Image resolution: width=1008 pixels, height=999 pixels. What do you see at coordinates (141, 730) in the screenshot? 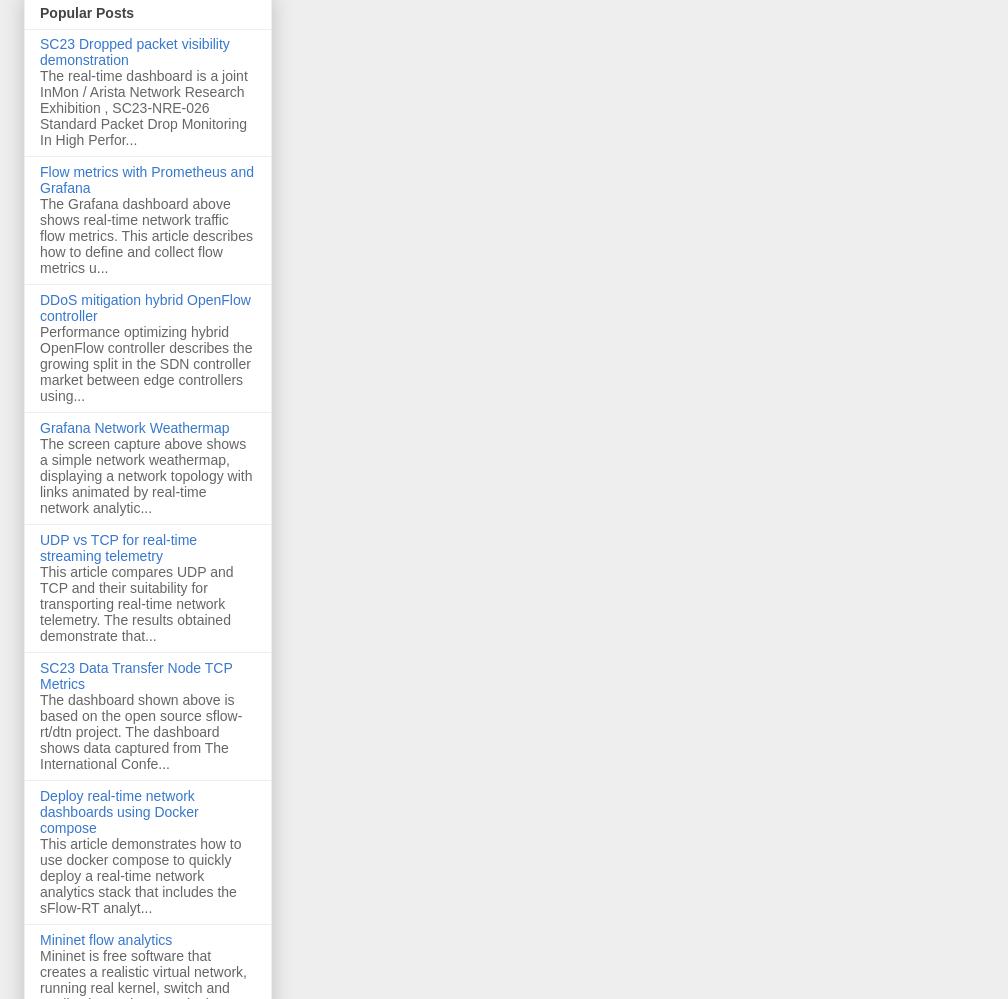
I see `'The dashboard shown above is based on the open source sflow-rt/dtn  project. The dashboard shows data captured from The International Confe...'` at bounding box center [141, 730].